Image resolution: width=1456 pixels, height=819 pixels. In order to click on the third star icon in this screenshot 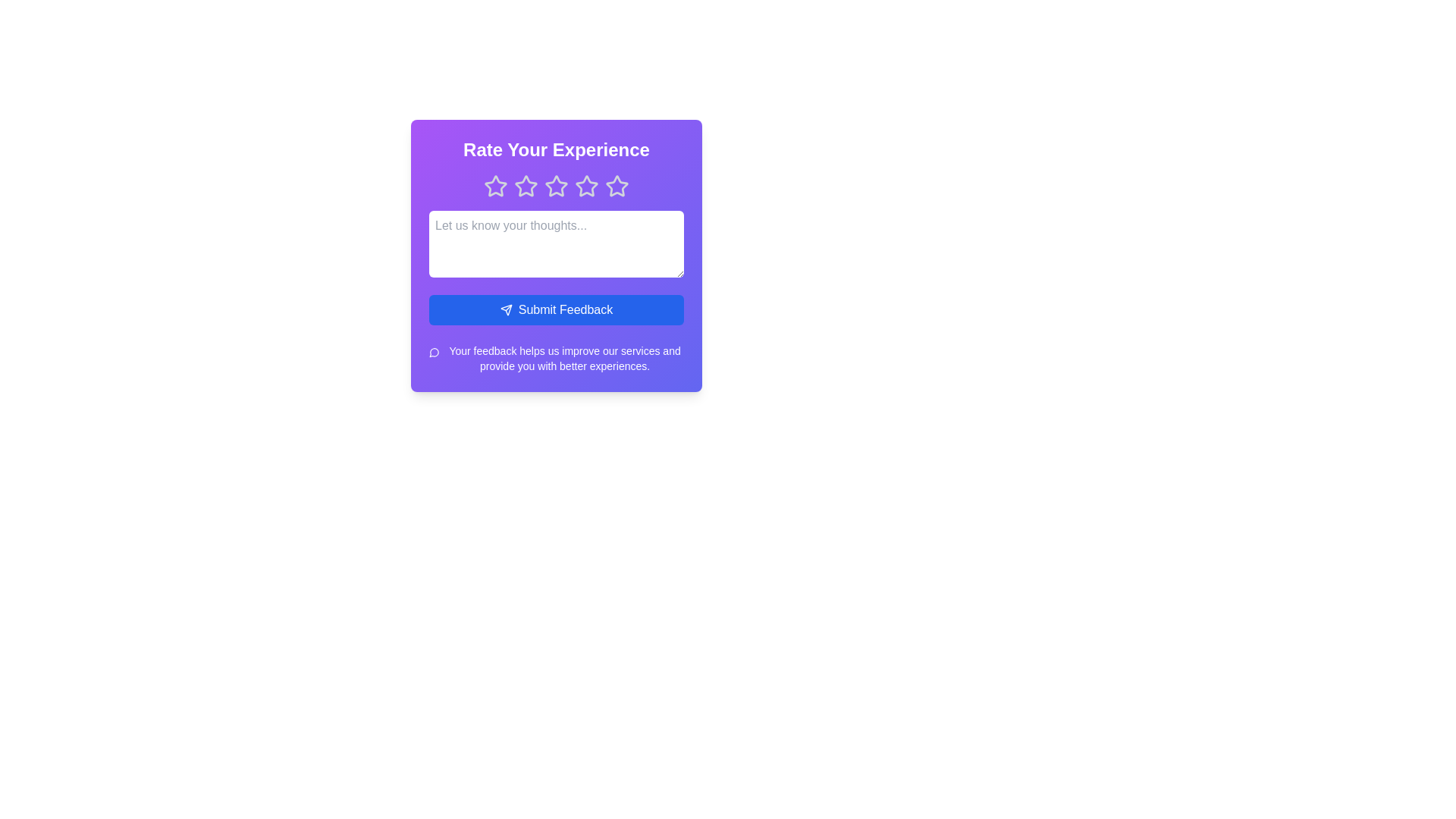, I will do `click(556, 185)`.